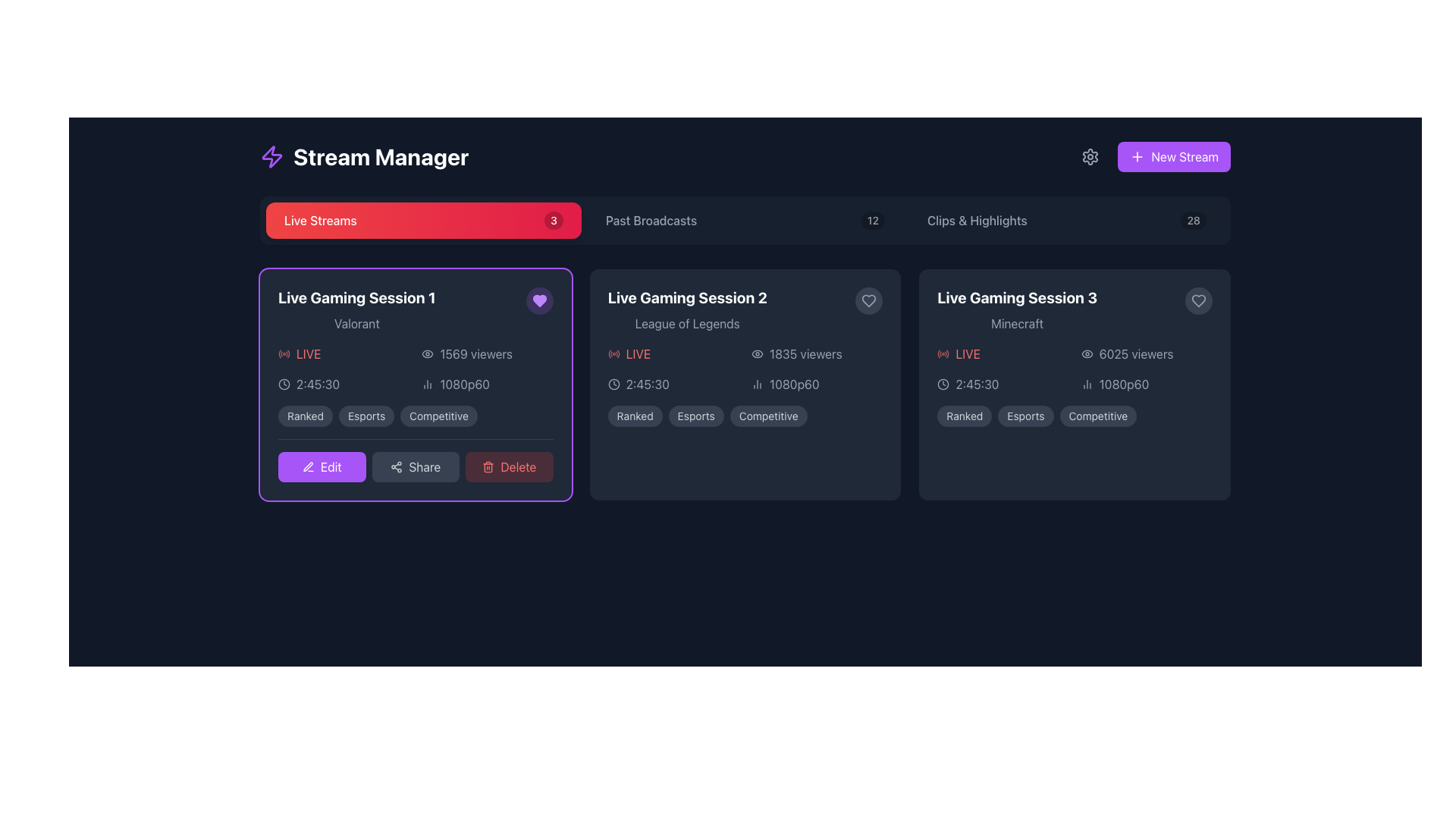 This screenshot has width=1456, height=819. What do you see at coordinates (553, 220) in the screenshot?
I see `the displayed number on the Notification Badge that is located to the right of the 'Live Streams' button, which is a red rectangular button` at bounding box center [553, 220].